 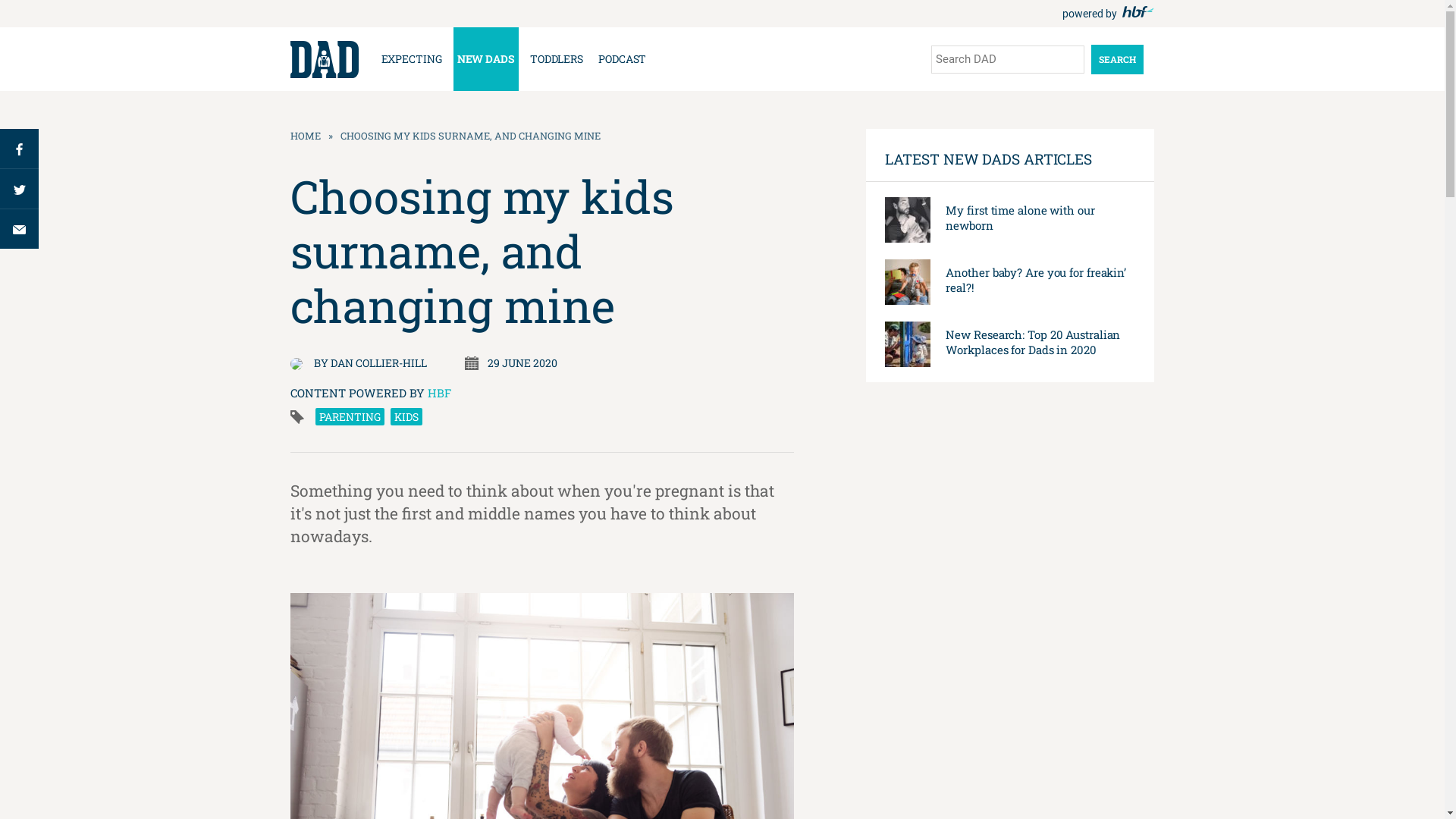 I want to click on 'NEW DADS', so click(x=486, y=58).